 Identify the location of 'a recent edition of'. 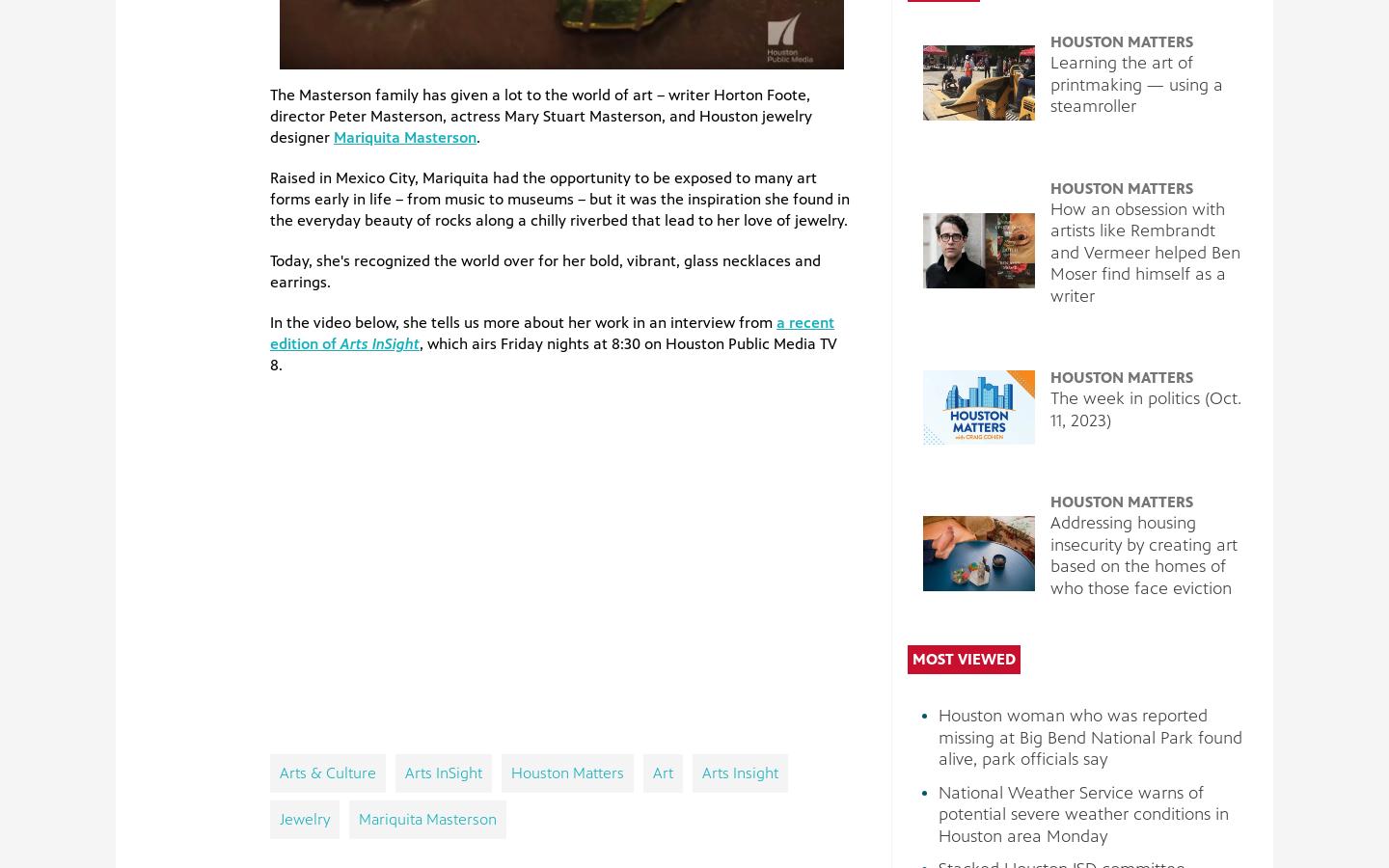
(552, 333).